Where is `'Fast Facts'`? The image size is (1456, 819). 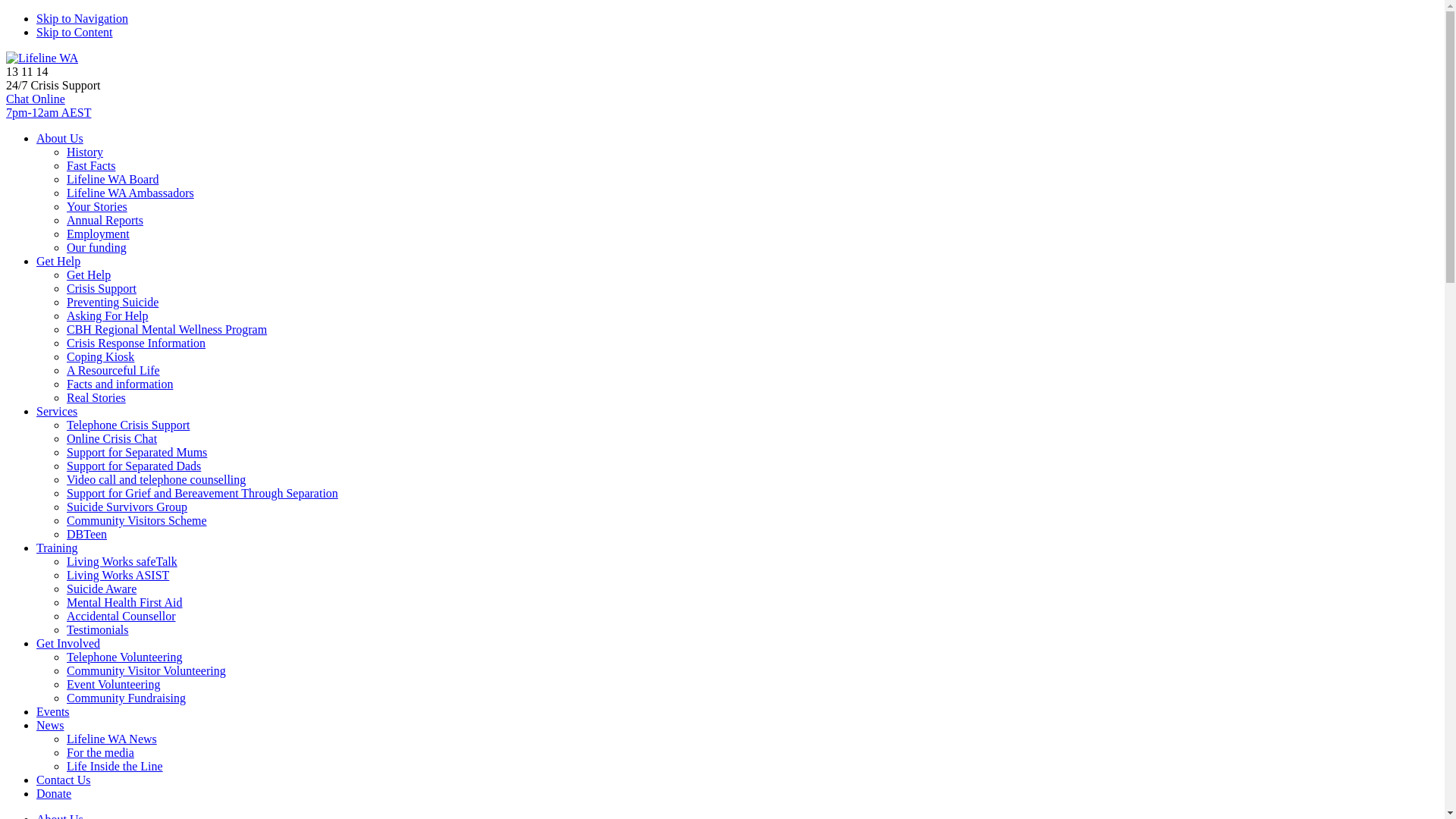 'Fast Facts' is located at coordinates (90, 165).